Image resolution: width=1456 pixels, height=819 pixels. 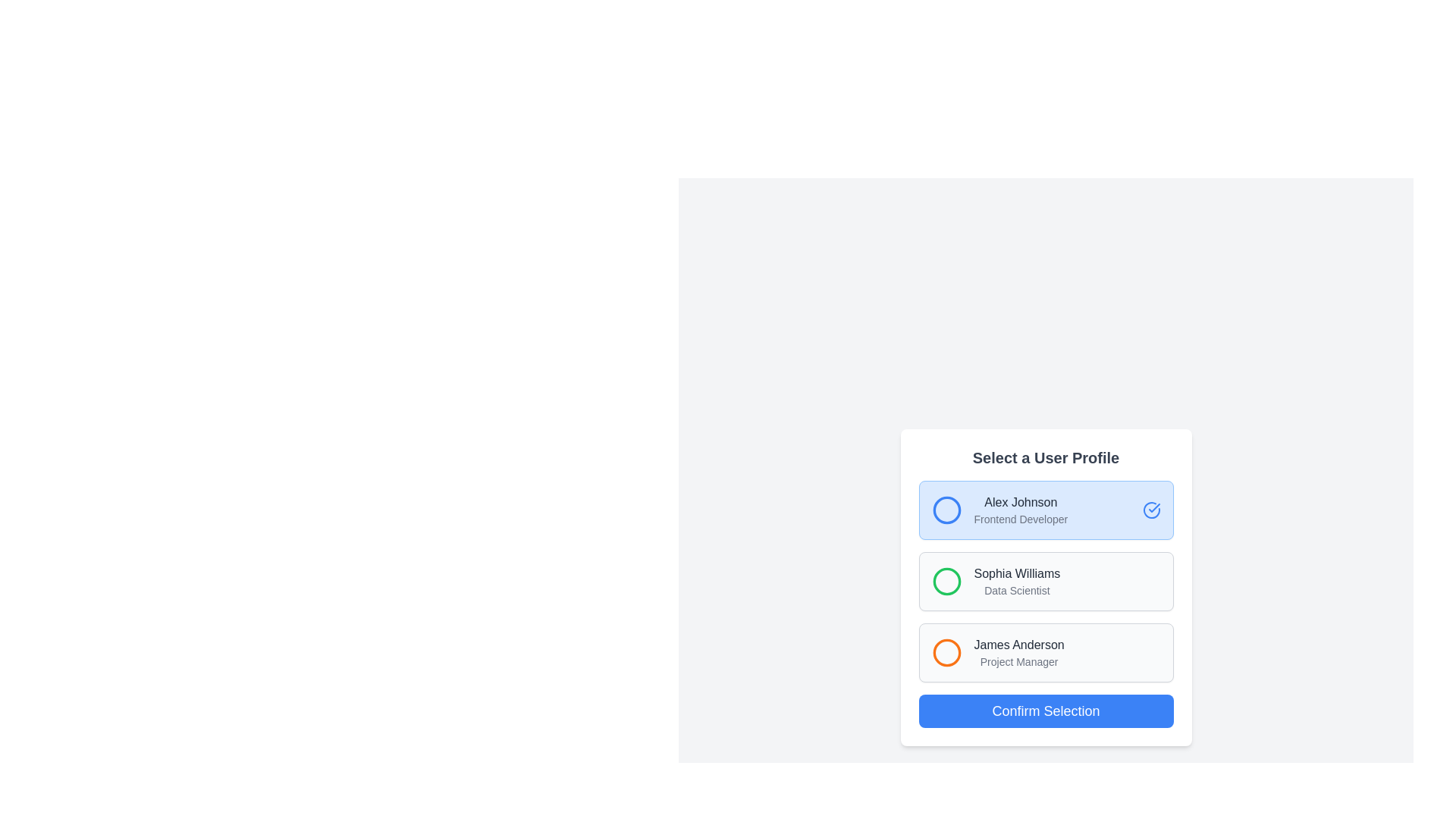 I want to click on the orange outlined circular icon, so click(x=946, y=651).